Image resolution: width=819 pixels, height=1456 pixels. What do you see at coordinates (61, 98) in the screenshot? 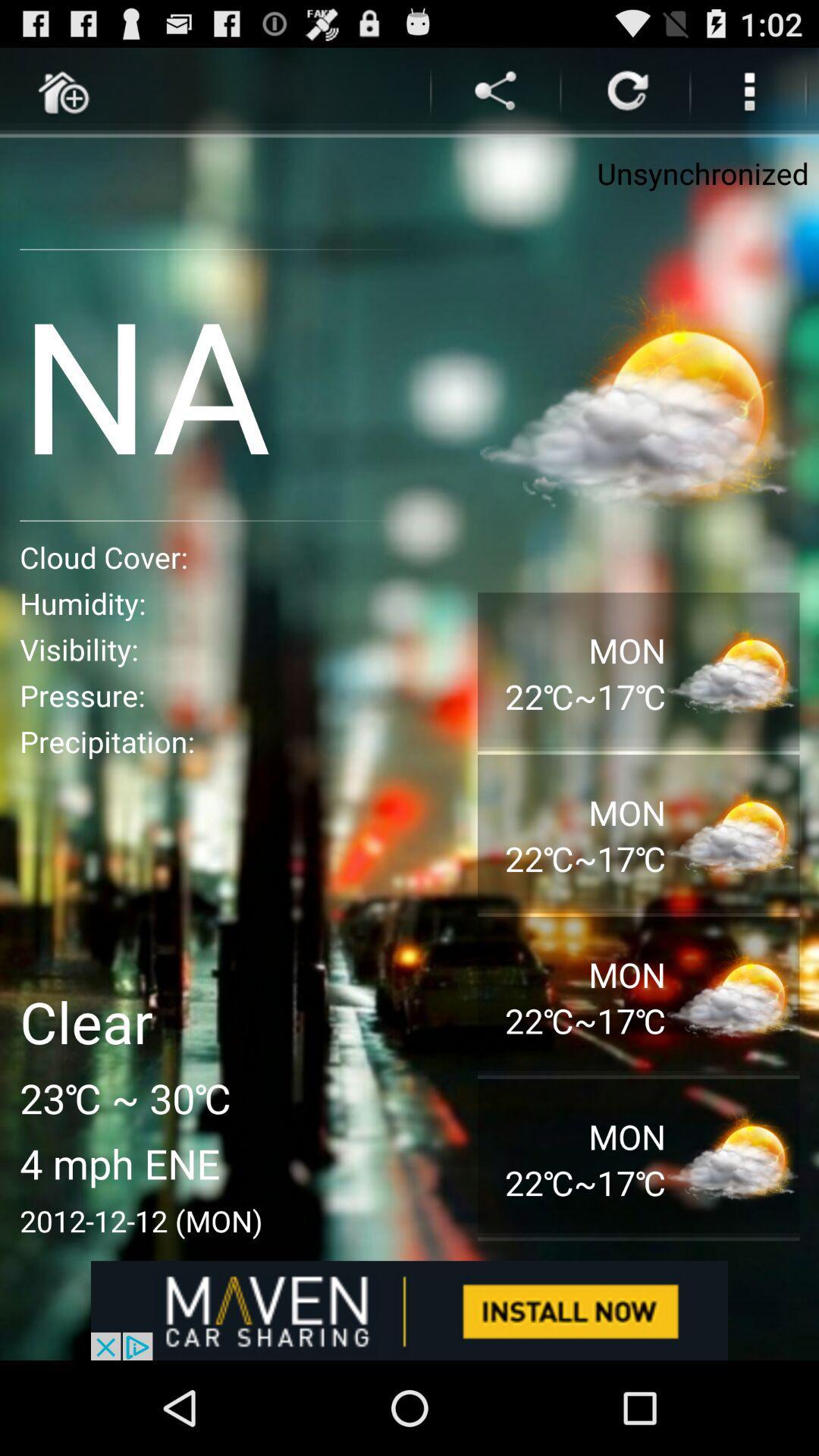
I see `the home icon` at bounding box center [61, 98].